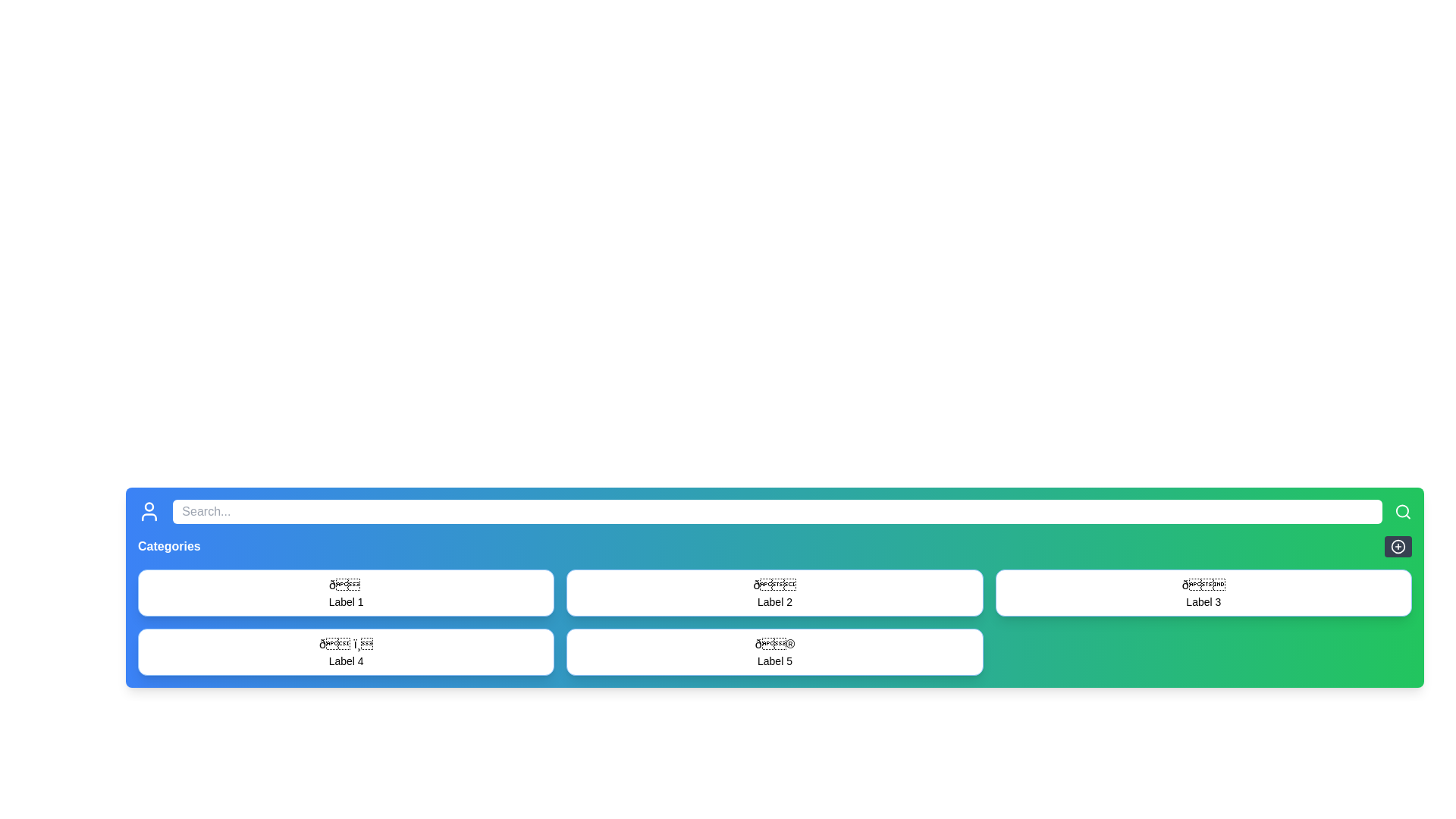  I want to click on the static icon-like text representation "📄" located above the label titled "Label 3" within the card in the top-right of the grid layout, so click(1203, 584).